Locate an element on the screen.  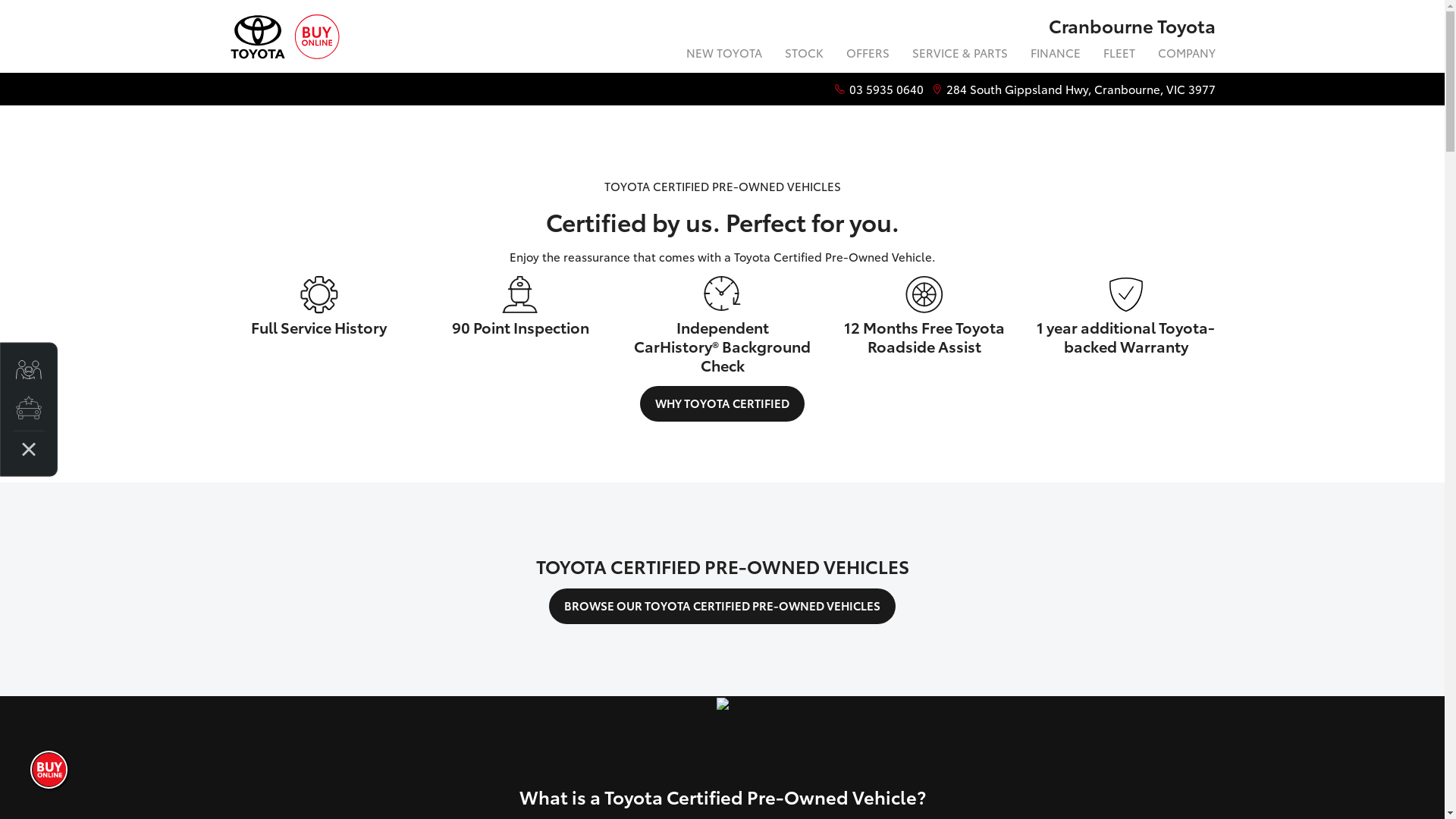
'SERVICE & PARTS' is located at coordinates (959, 54).